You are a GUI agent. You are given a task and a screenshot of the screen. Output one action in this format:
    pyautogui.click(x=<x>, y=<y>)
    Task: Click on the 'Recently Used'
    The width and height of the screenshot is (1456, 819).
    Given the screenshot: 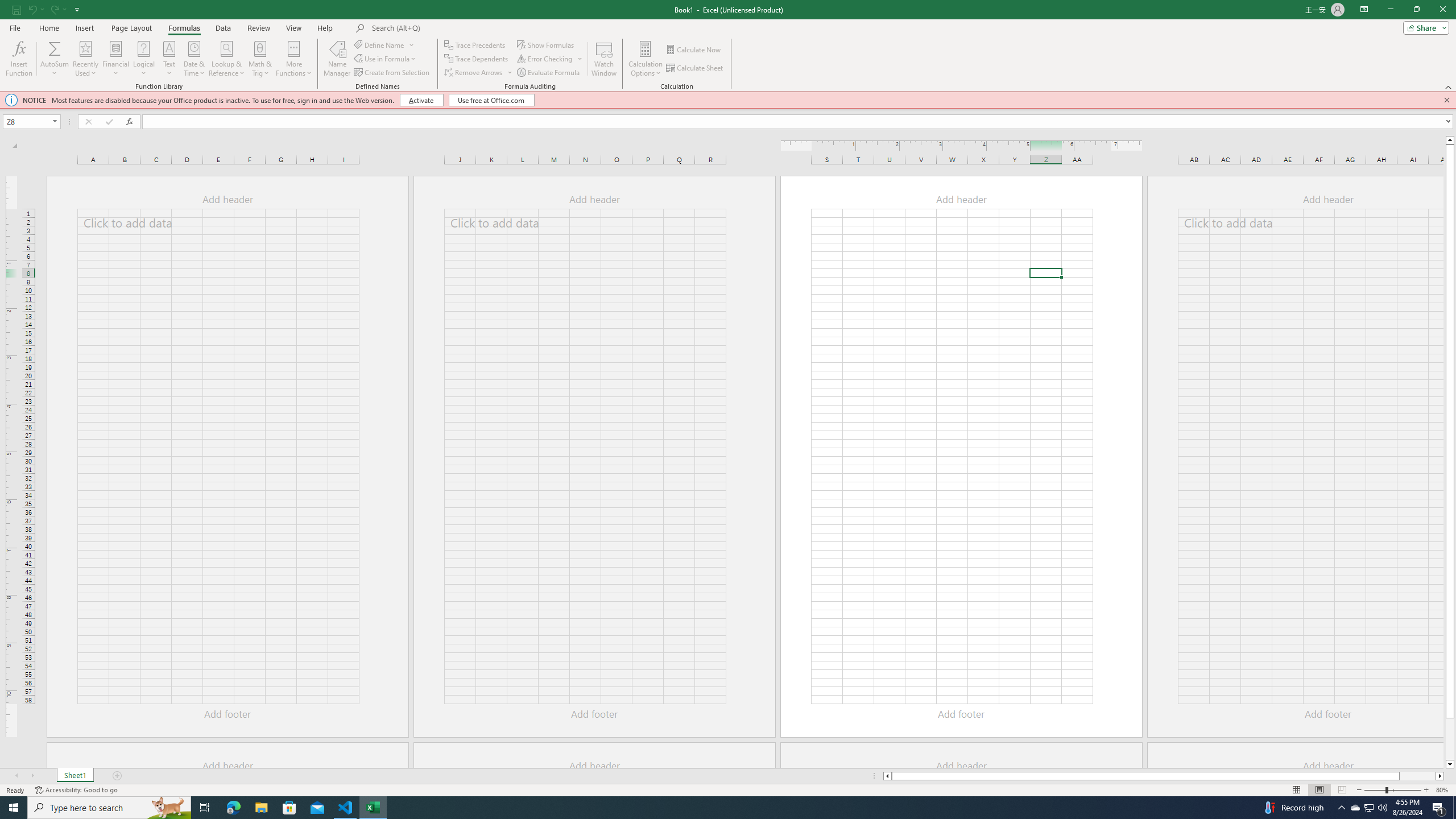 What is the action you would take?
    pyautogui.click(x=85, y=59)
    